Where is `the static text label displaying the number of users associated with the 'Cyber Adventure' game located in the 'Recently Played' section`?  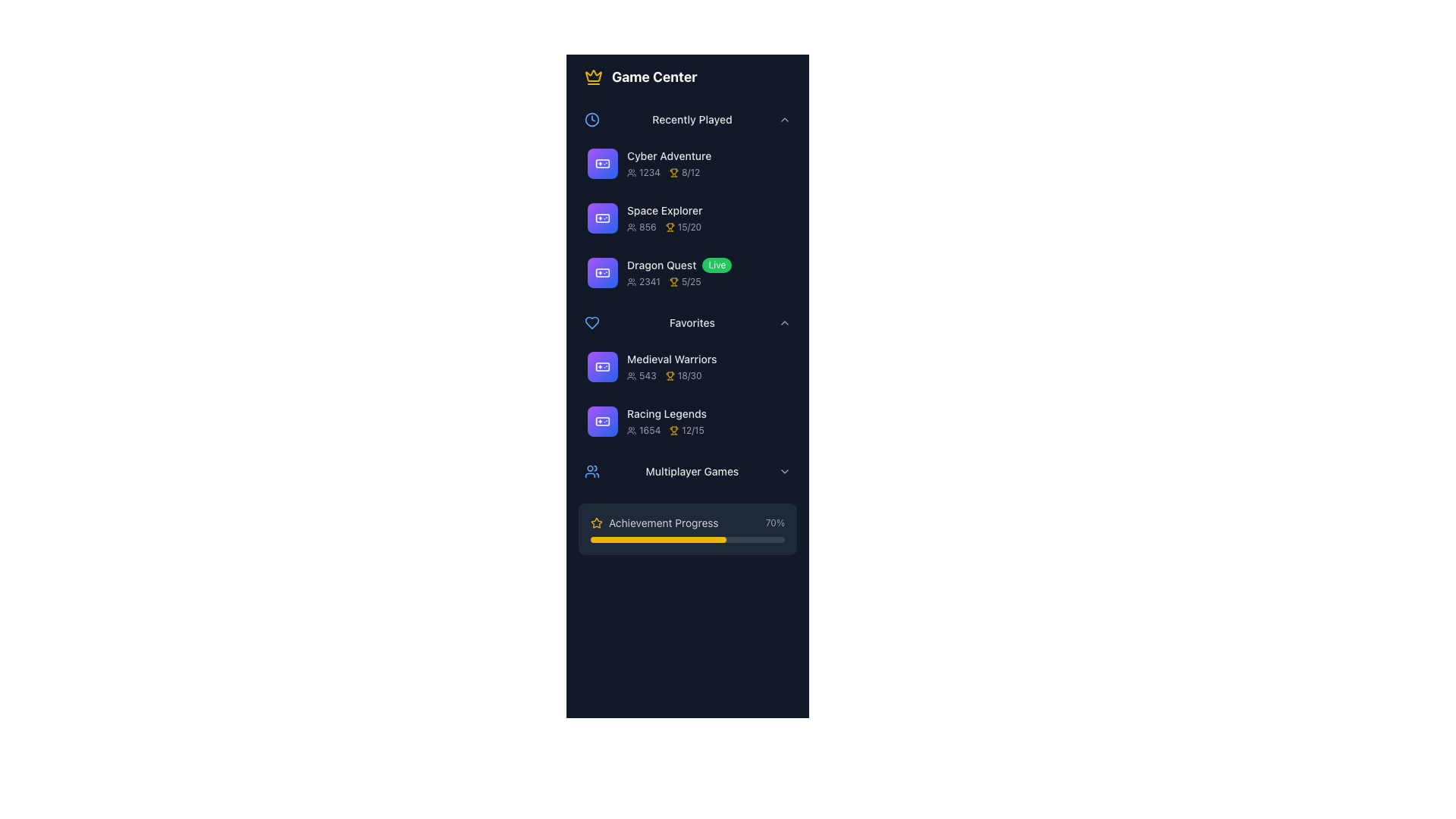
the static text label displaying the number of users associated with the 'Cyber Adventure' game located in the 'Recently Played' section is located at coordinates (650, 171).